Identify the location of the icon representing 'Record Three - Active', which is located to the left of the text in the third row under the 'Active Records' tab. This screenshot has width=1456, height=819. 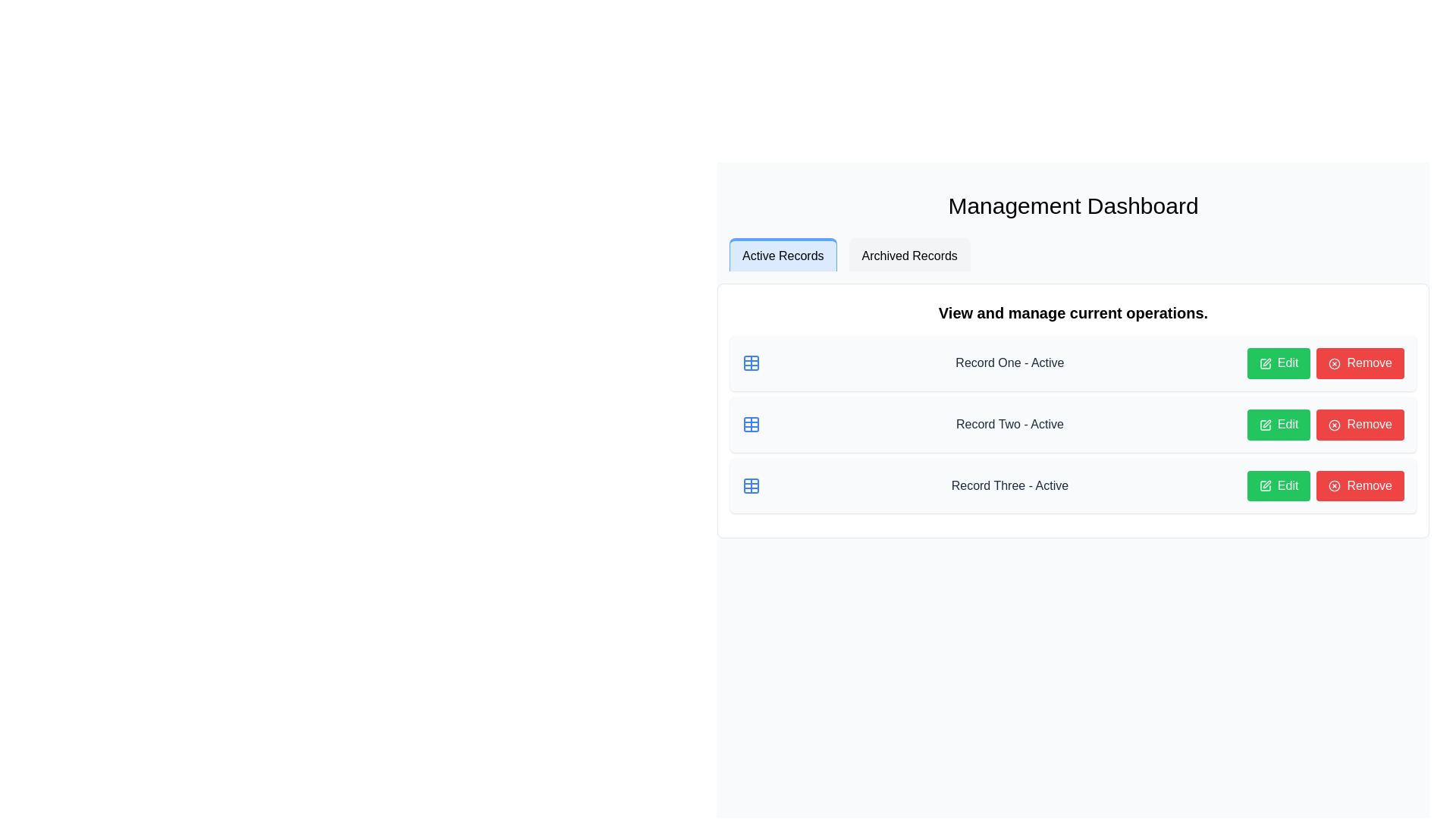
(751, 485).